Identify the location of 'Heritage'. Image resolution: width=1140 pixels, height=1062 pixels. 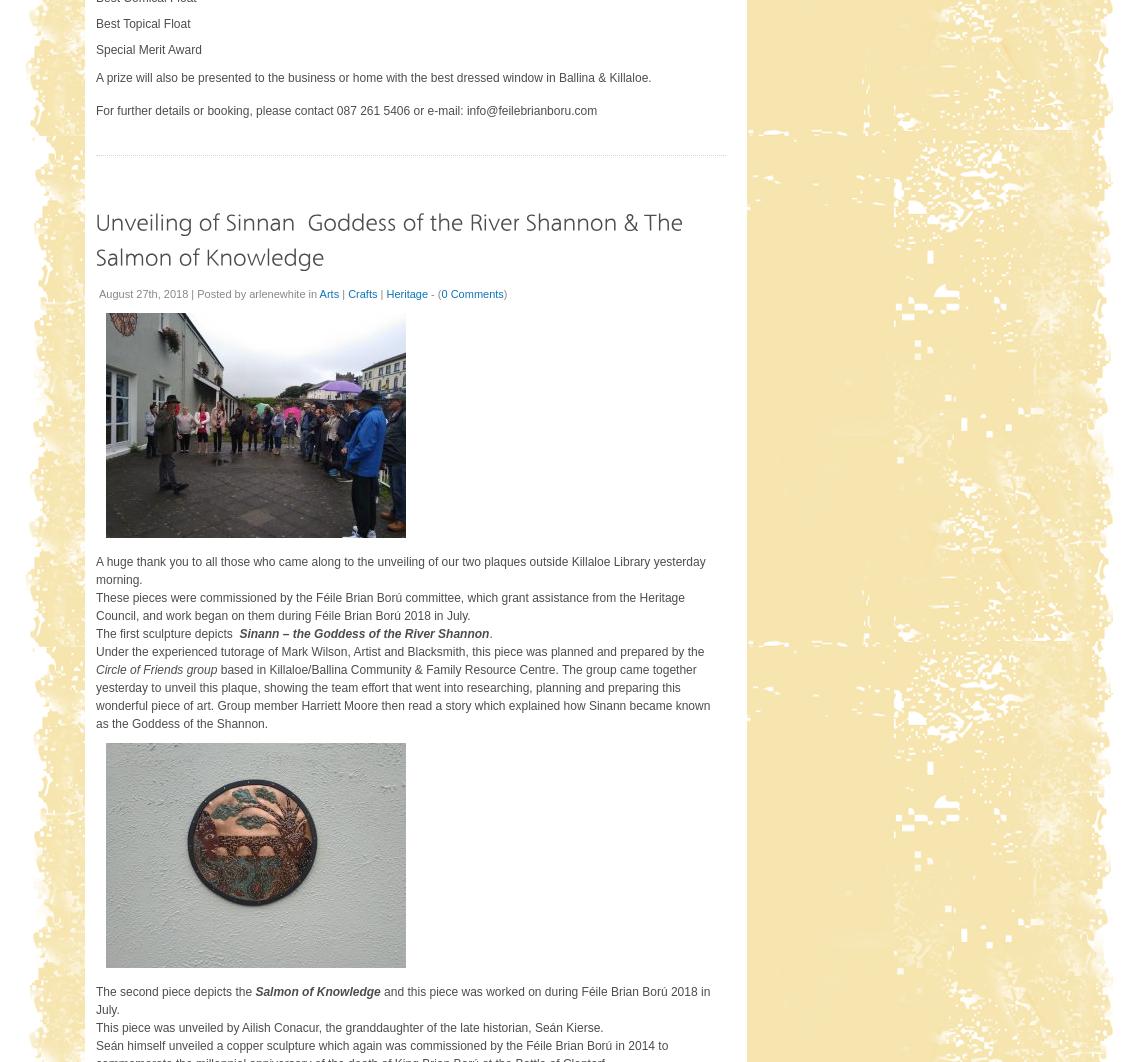
(405, 292).